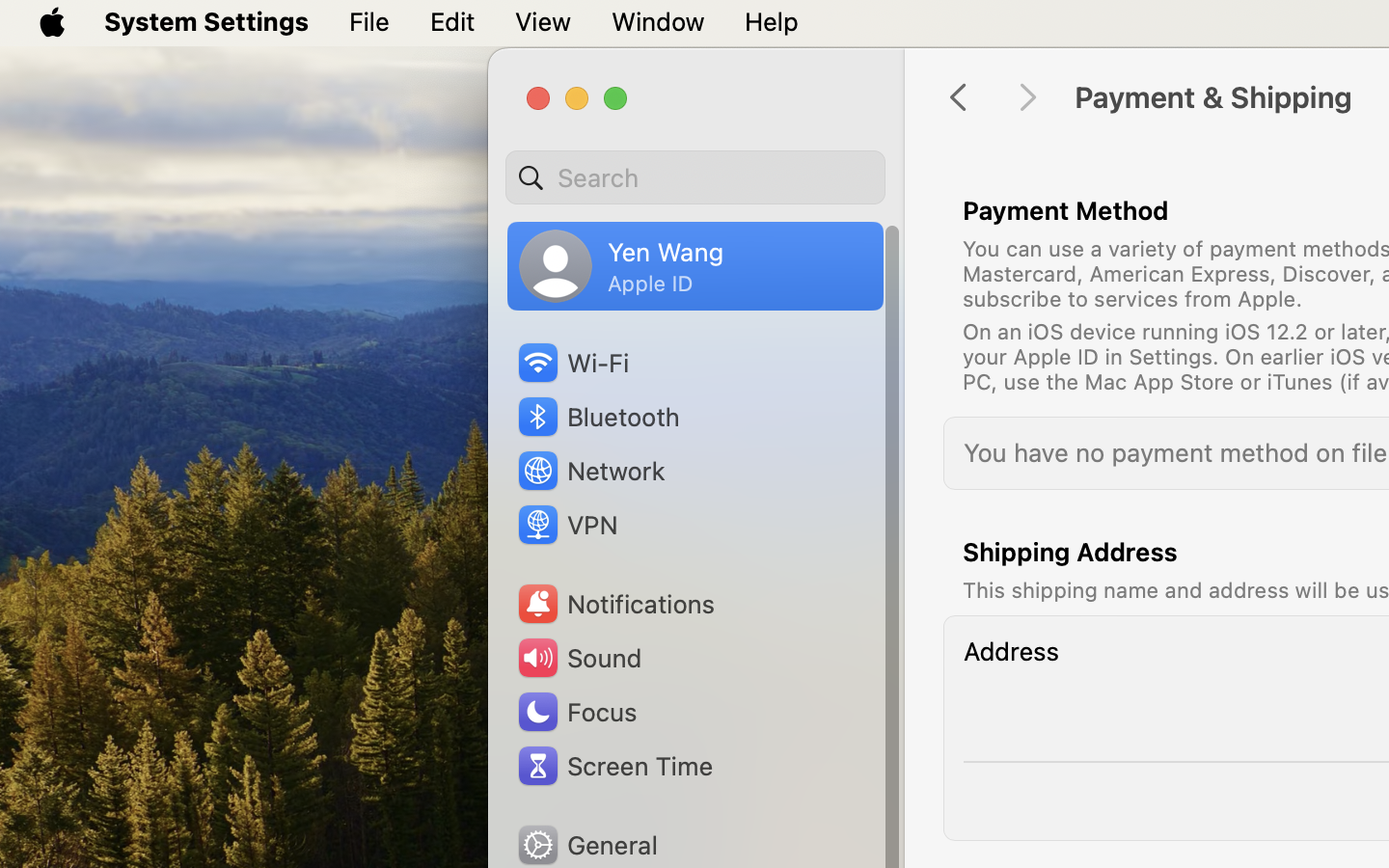  What do you see at coordinates (613, 765) in the screenshot?
I see `'Screen Time'` at bounding box center [613, 765].